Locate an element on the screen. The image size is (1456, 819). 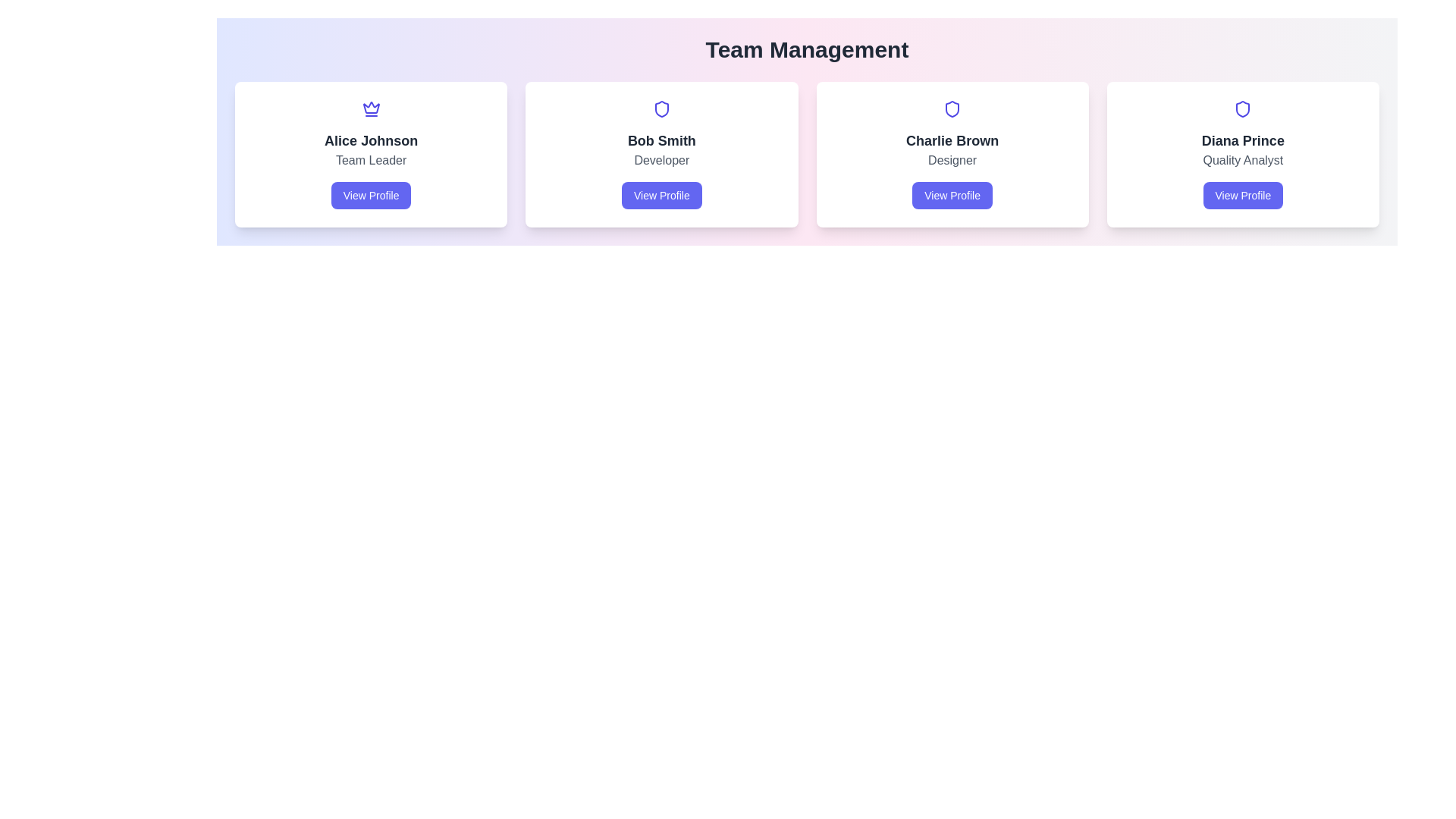
the decorative icon representing protection or security for 'Bob Smith', located at the top center of the card in the second column of the grid is located at coordinates (661, 108).